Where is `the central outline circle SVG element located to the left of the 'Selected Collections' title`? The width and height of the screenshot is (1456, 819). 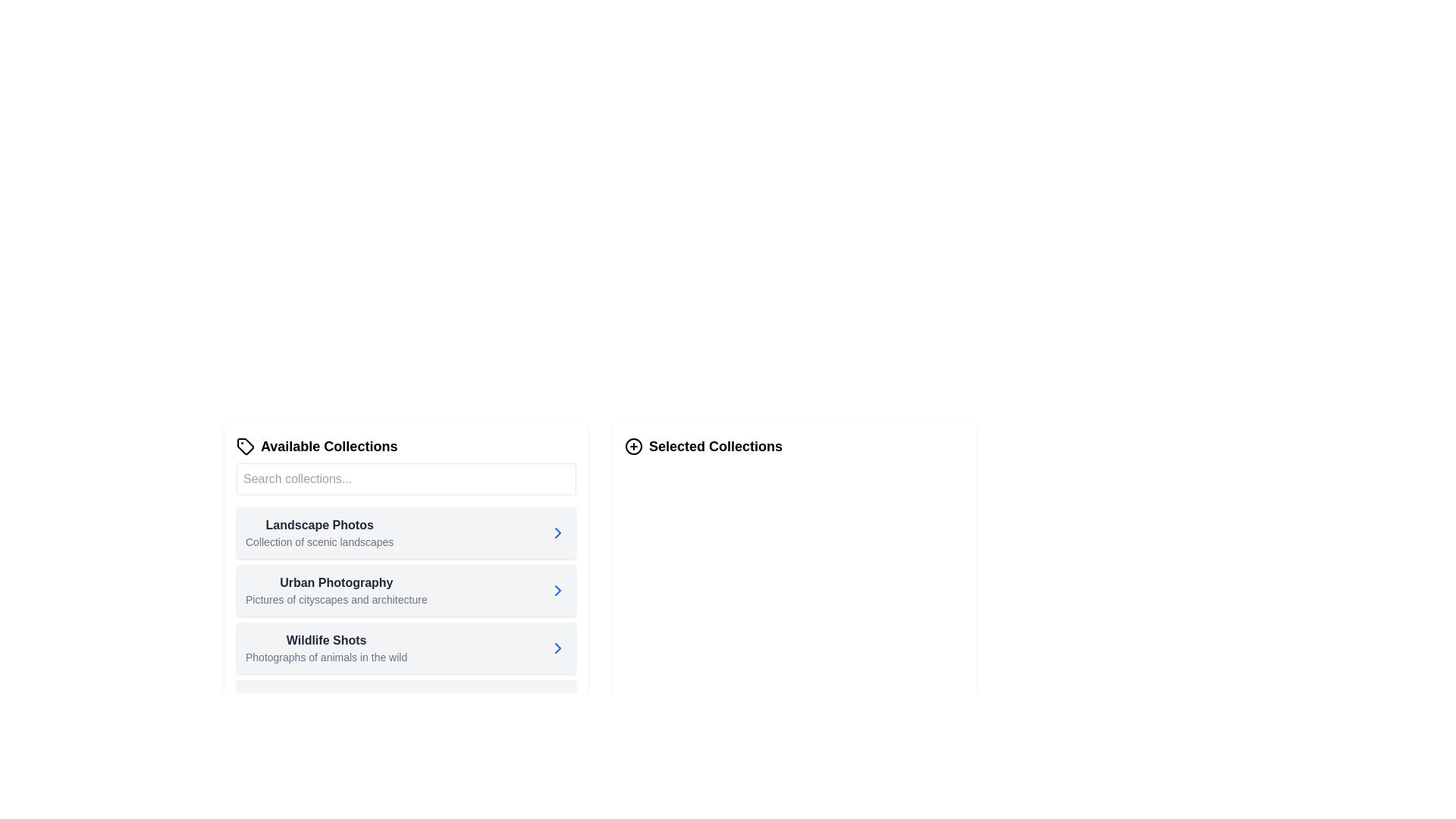 the central outline circle SVG element located to the left of the 'Selected Collections' title is located at coordinates (633, 446).